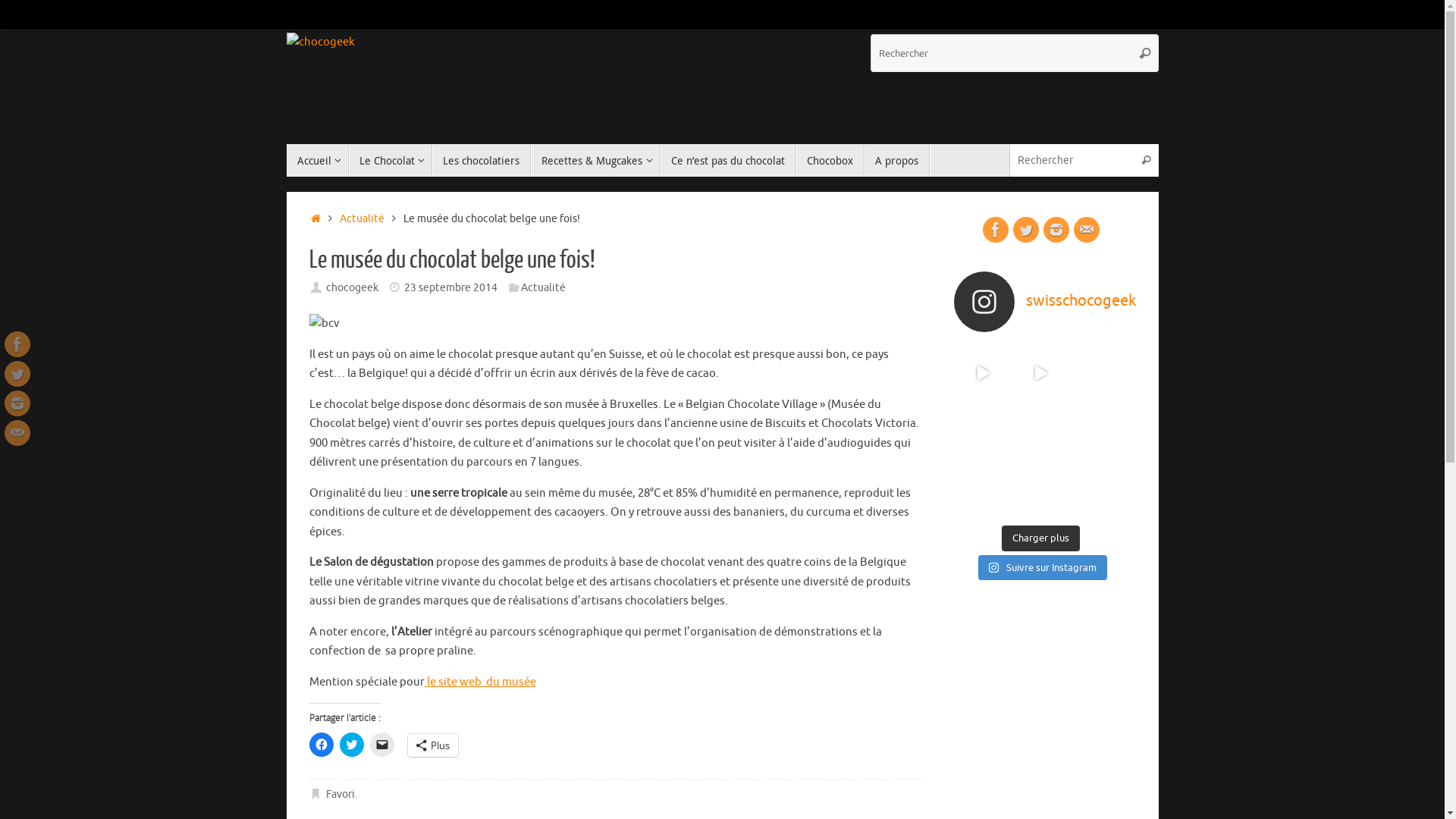  I want to click on 'Le Chocolat', so click(390, 160).